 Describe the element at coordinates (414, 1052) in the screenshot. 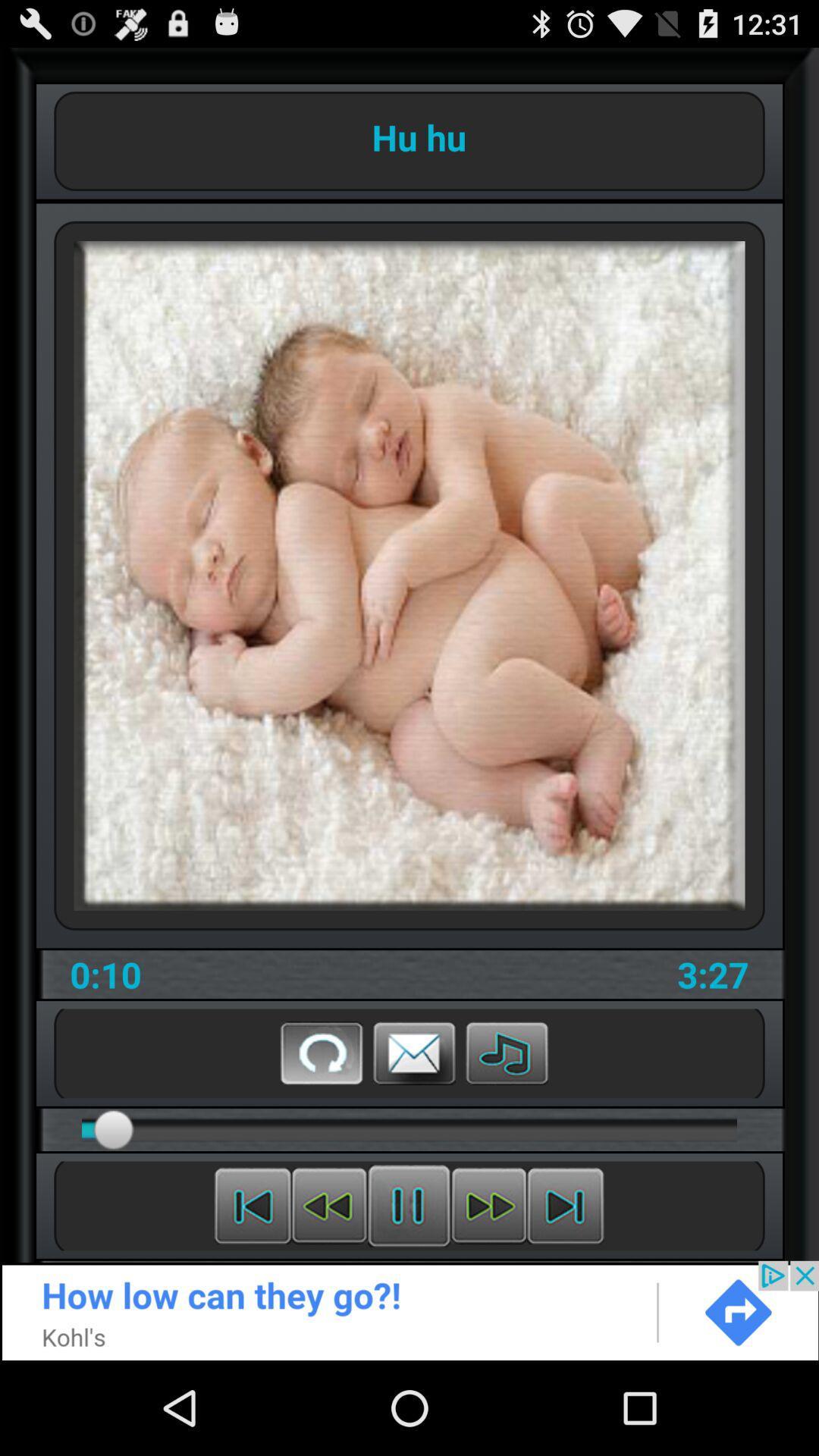

I see `share through email` at that location.